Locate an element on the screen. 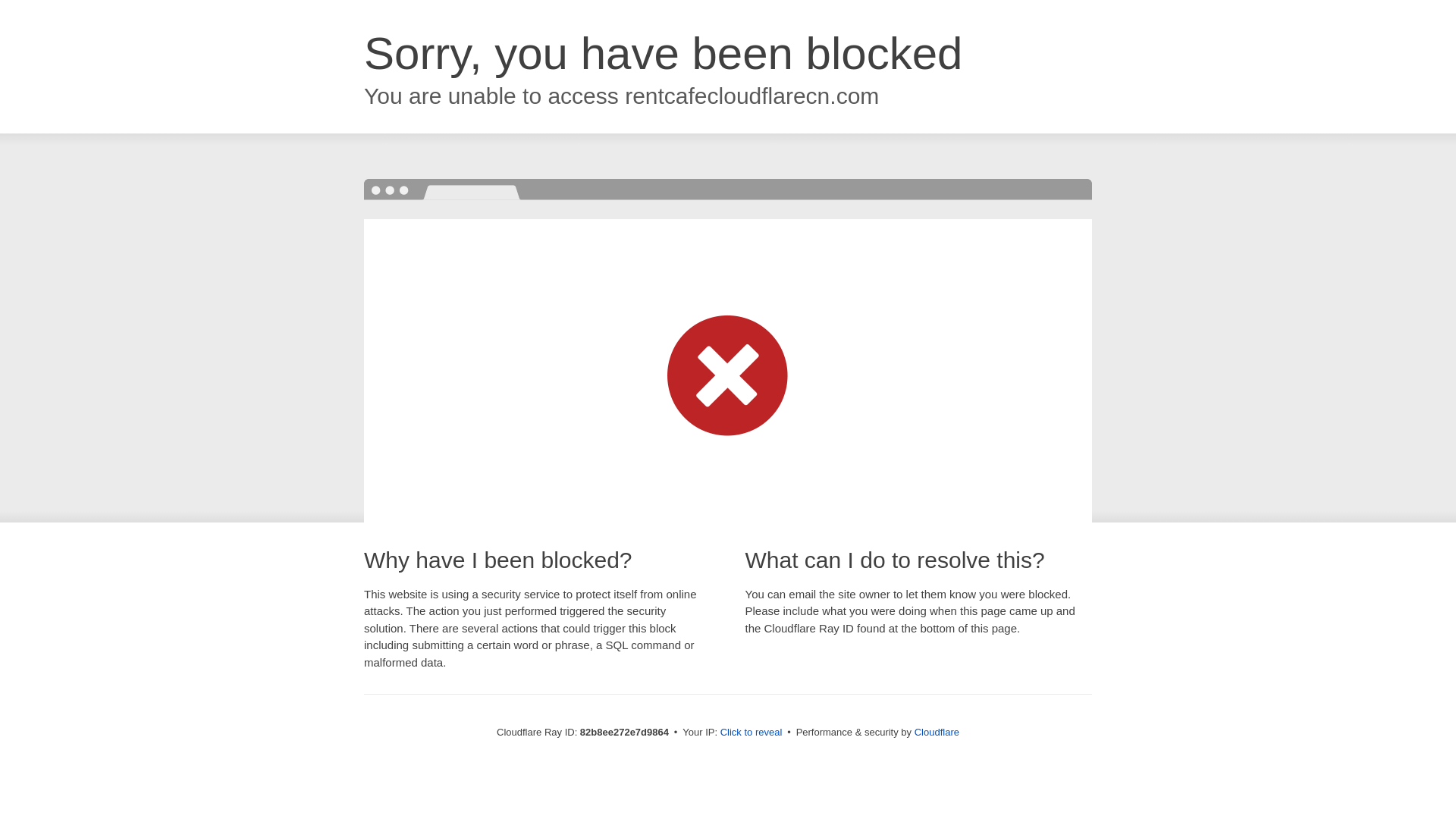 Image resolution: width=1456 pixels, height=819 pixels. 'Click to reveal' is located at coordinates (720, 731).